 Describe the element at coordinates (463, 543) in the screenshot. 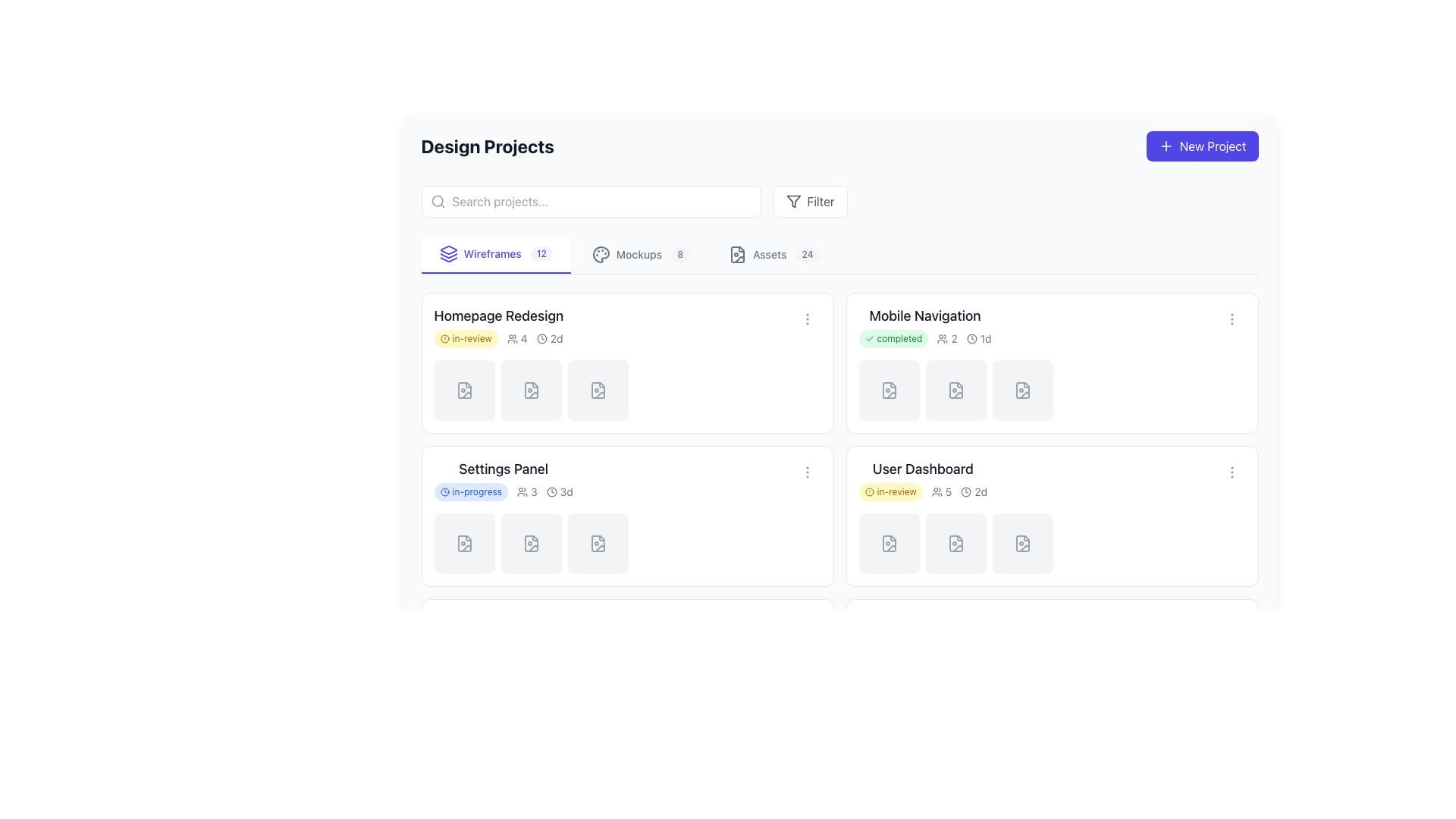

I see `the file icon with a gray outline that resembles a document placeholder, located in the first position of the second row under the 'Settings Panel'` at that location.